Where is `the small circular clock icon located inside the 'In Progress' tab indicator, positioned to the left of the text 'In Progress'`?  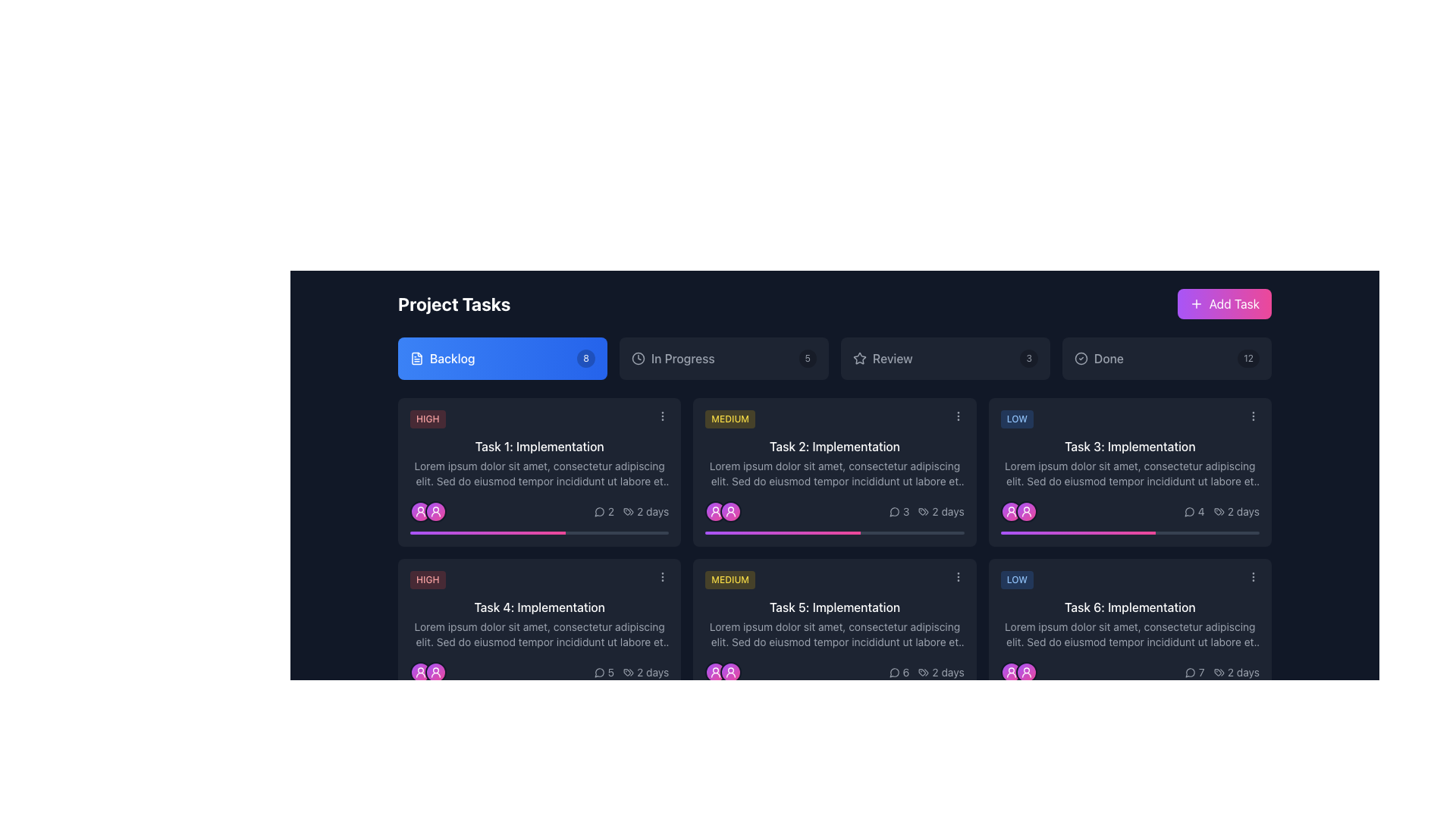 the small circular clock icon located inside the 'In Progress' tab indicator, positioned to the left of the text 'In Progress' is located at coordinates (638, 359).